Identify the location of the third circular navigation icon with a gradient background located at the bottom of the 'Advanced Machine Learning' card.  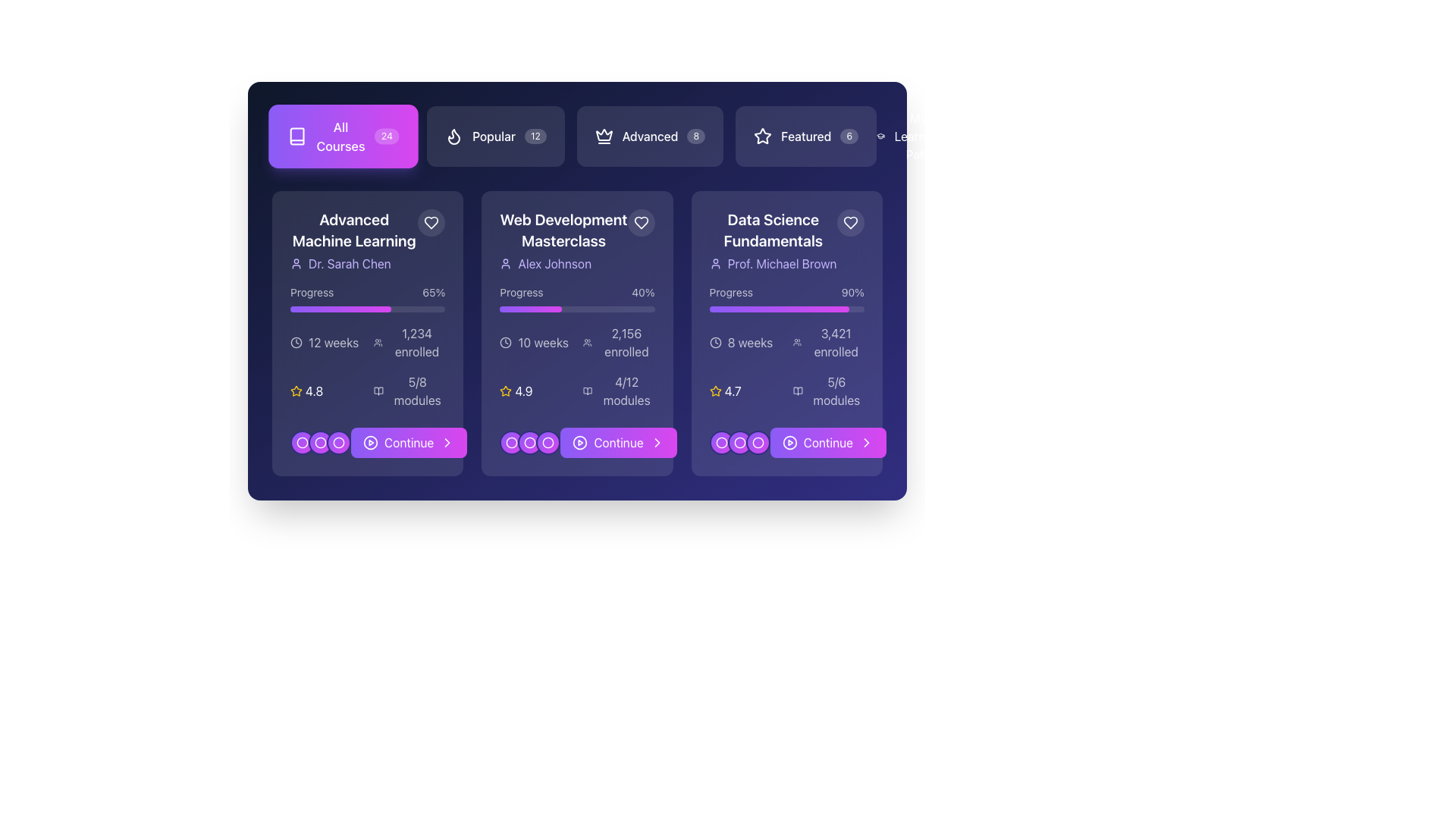
(337, 442).